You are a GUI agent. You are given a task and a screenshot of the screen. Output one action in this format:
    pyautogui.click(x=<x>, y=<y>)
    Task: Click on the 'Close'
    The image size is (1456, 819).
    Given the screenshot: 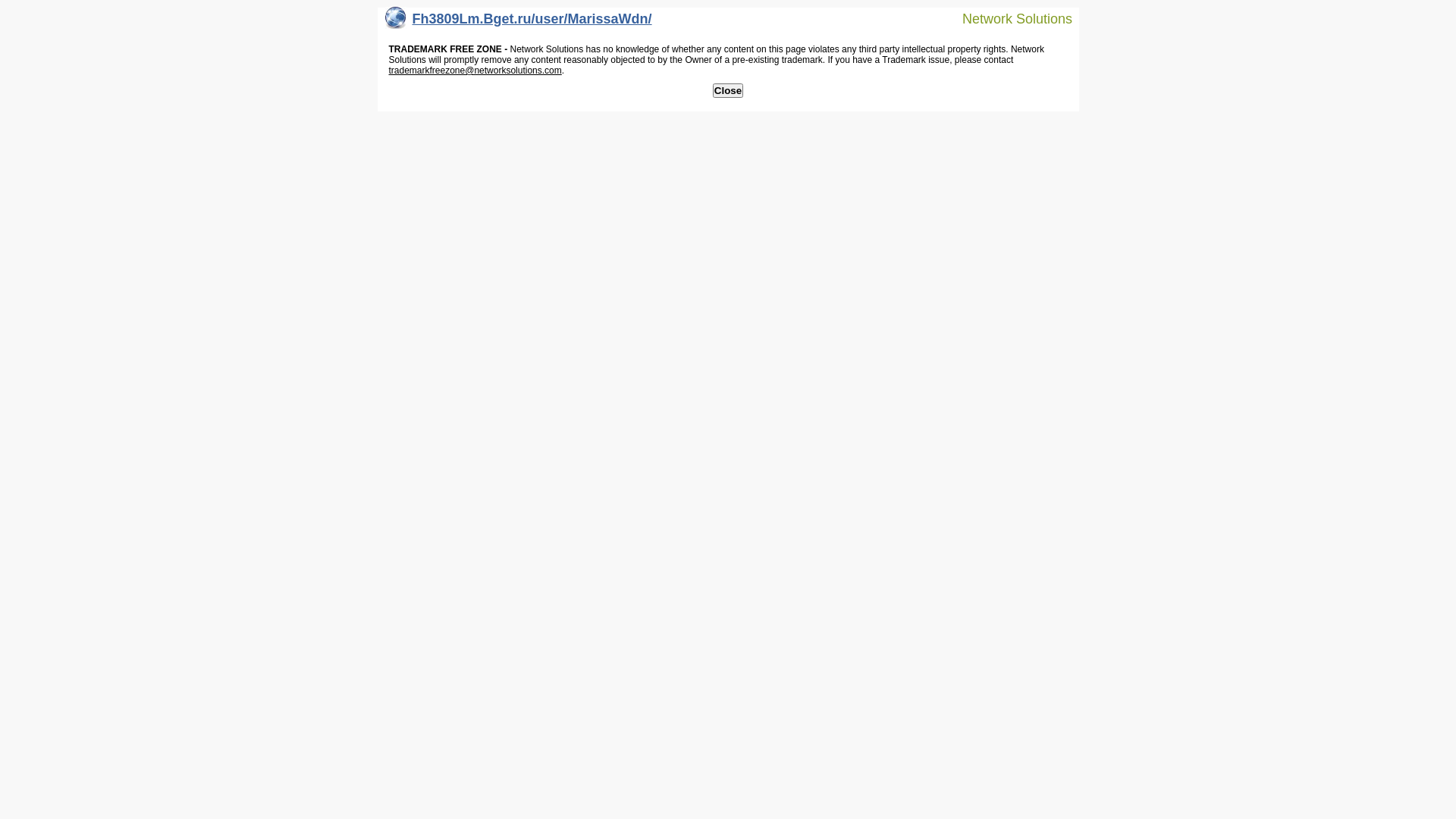 What is the action you would take?
    pyautogui.click(x=712, y=90)
    